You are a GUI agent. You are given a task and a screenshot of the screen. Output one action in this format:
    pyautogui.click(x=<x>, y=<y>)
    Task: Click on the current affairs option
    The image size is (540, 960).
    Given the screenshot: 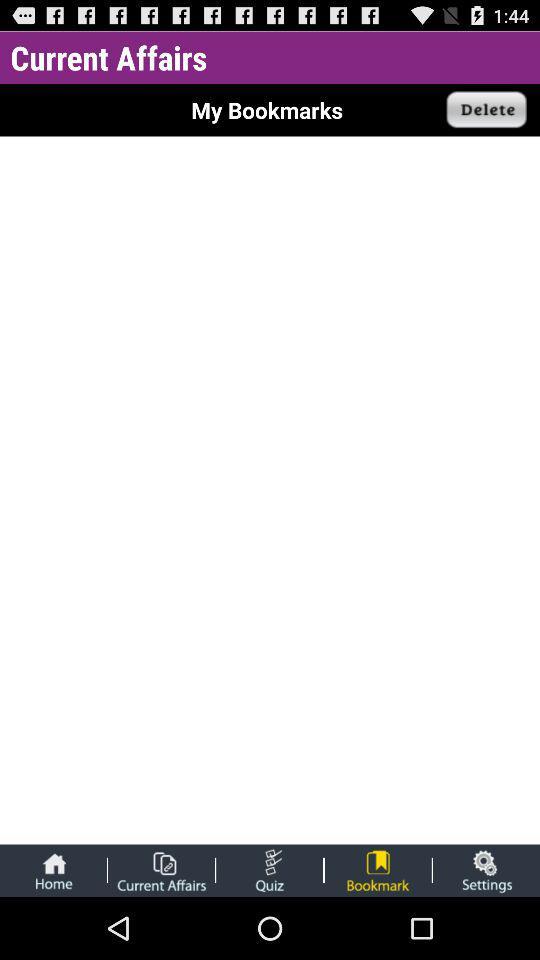 What is the action you would take?
    pyautogui.click(x=160, y=869)
    